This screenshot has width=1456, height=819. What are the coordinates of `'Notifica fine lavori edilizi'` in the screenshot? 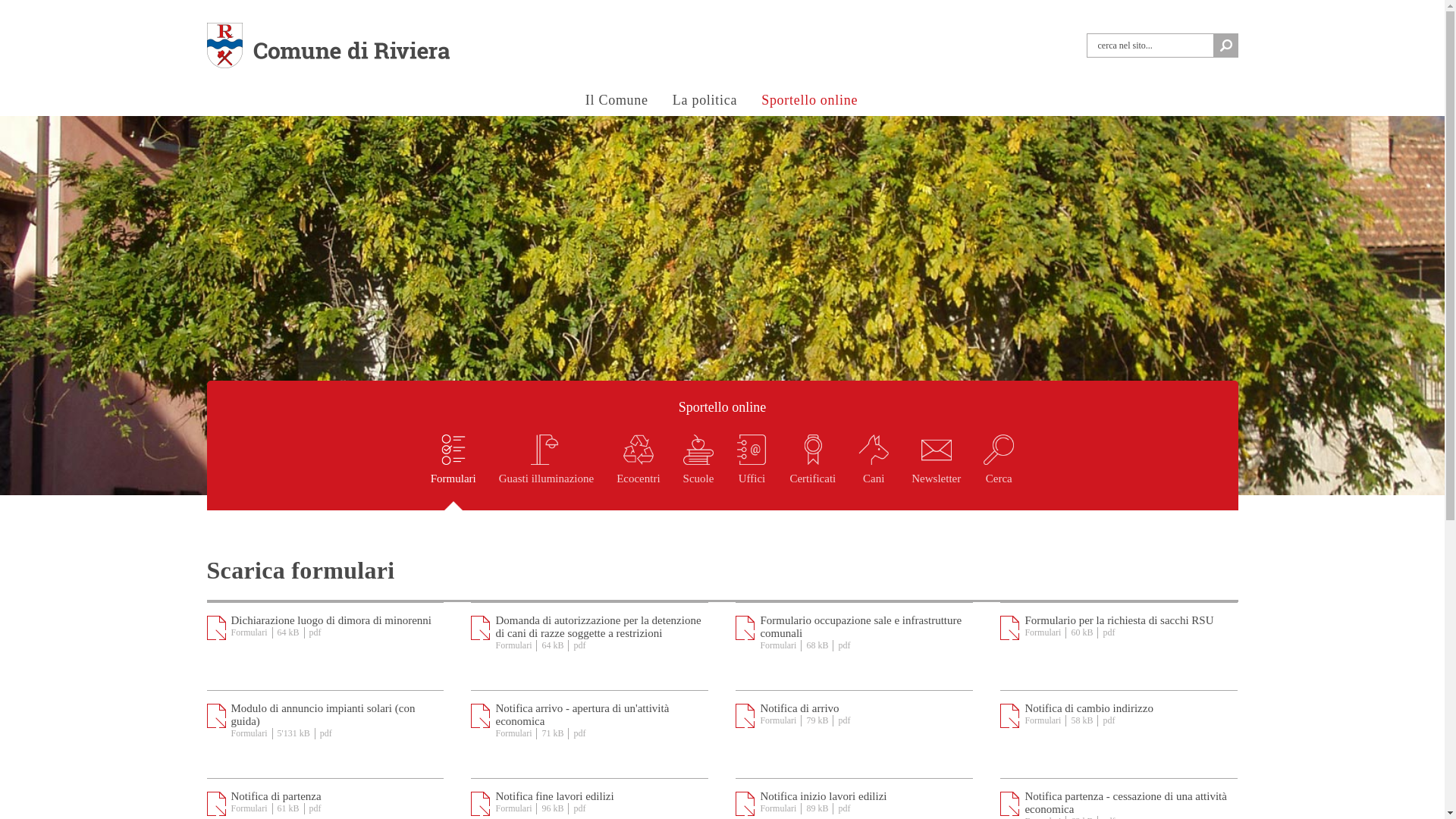 It's located at (553, 795).